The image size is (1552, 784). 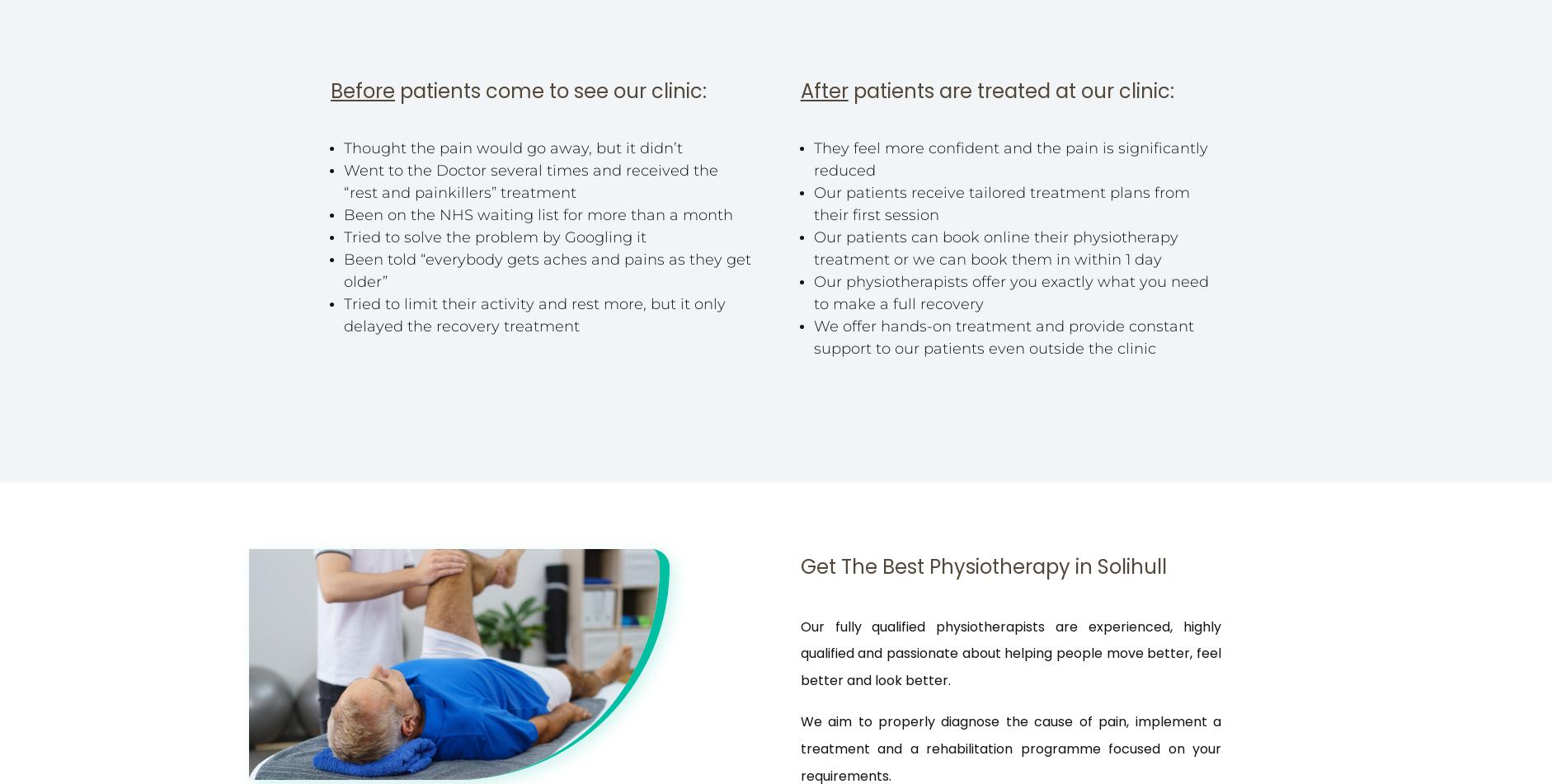 I want to click on 'Before', so click(x=362, y=91).